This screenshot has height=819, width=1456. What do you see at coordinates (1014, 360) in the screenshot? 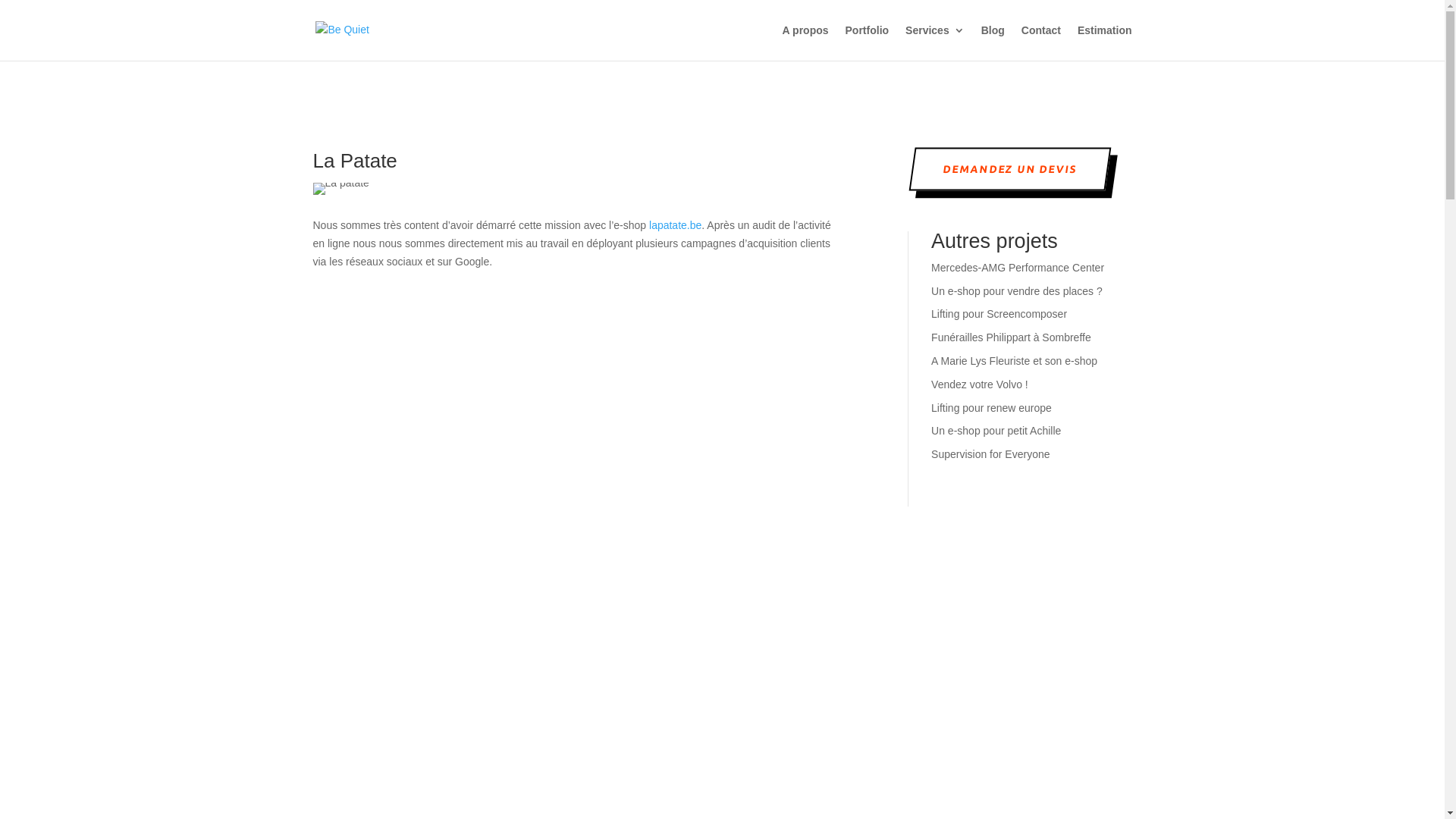
I see `'A Marie Lys Fleuriste et son e-shop'` at bounding box center [1014, 360].